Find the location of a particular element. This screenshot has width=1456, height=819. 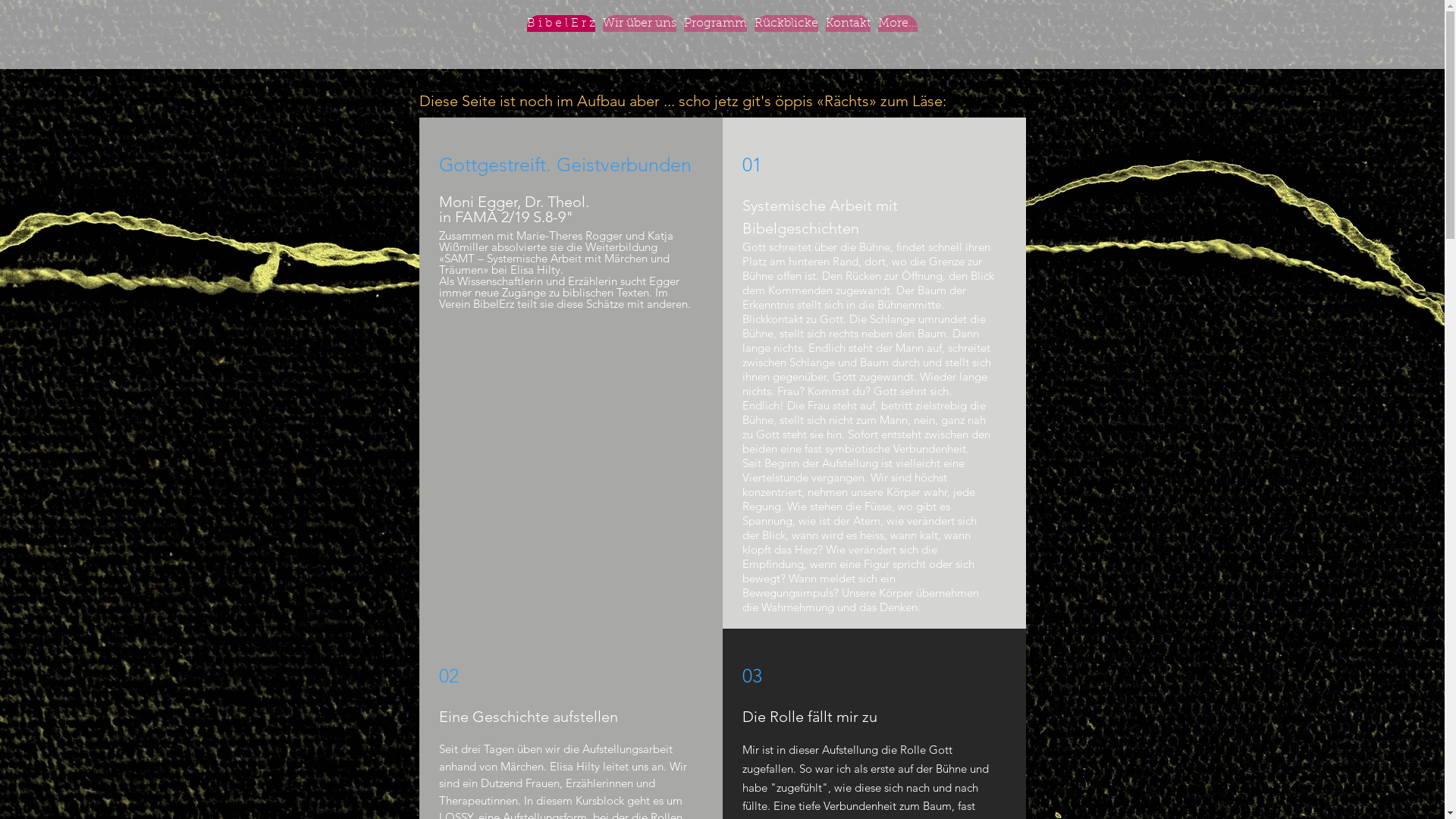

'B i b e l E r z' is located at coordinates (560, 41).